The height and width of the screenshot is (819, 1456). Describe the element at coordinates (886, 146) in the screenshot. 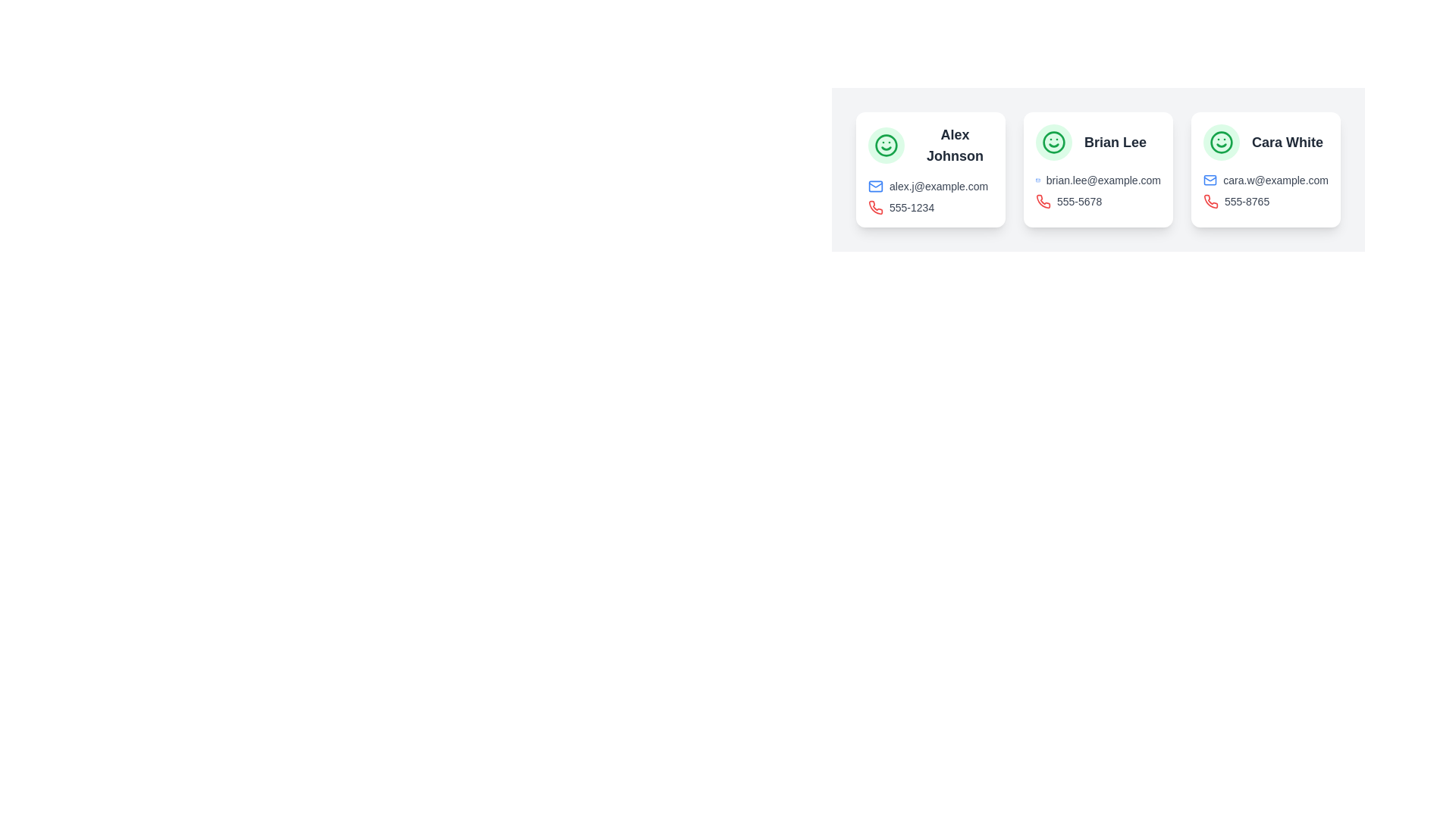

I see `the circular green-bordered icon indicating the mood or status of 'Alex Johnson' in the first profile card from the left` at that location.